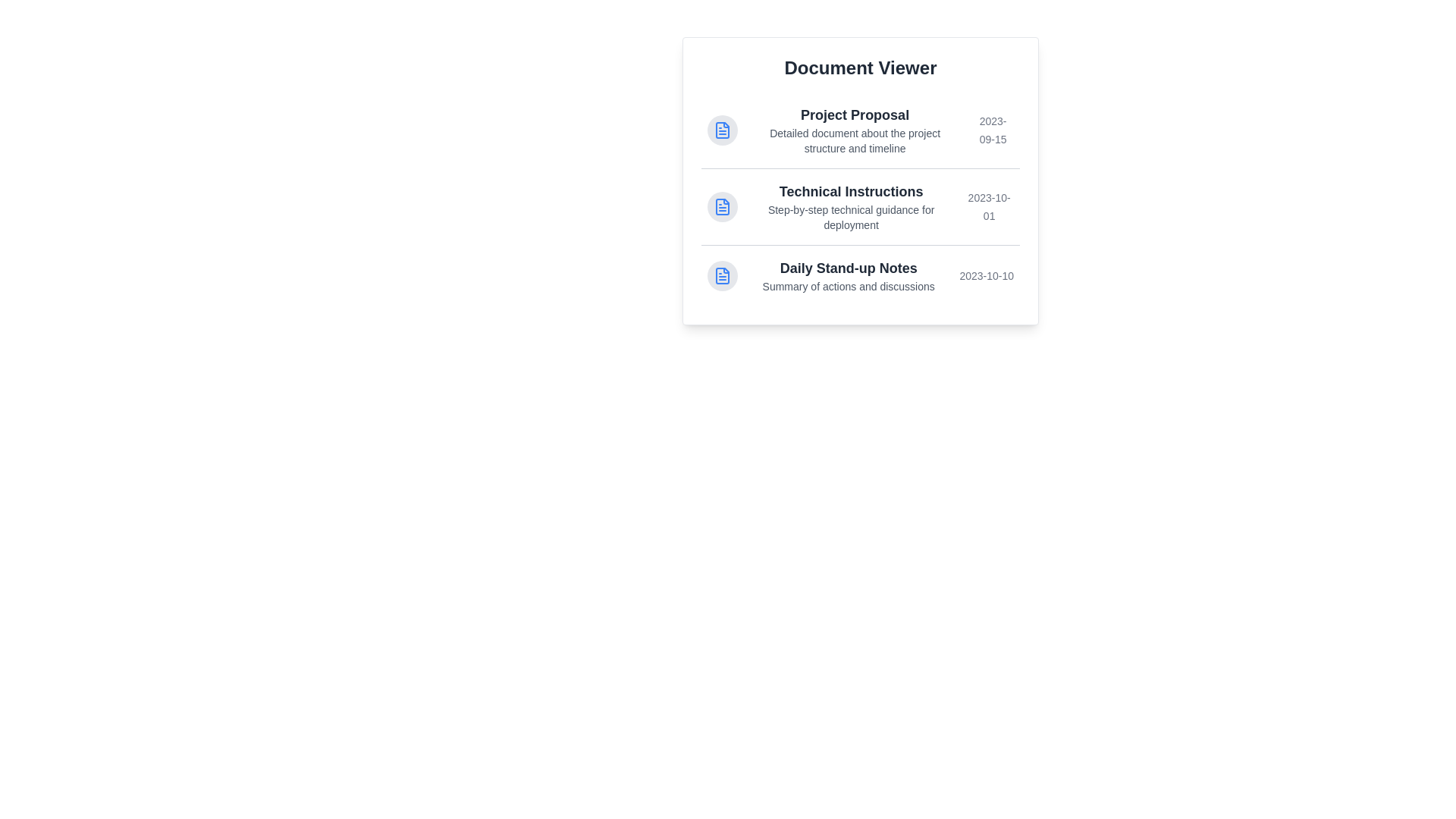 Image resolution: width=1456 pixels, height=819 pixels. I want to click on the document titled Technical Instructions, so click(860, 206).